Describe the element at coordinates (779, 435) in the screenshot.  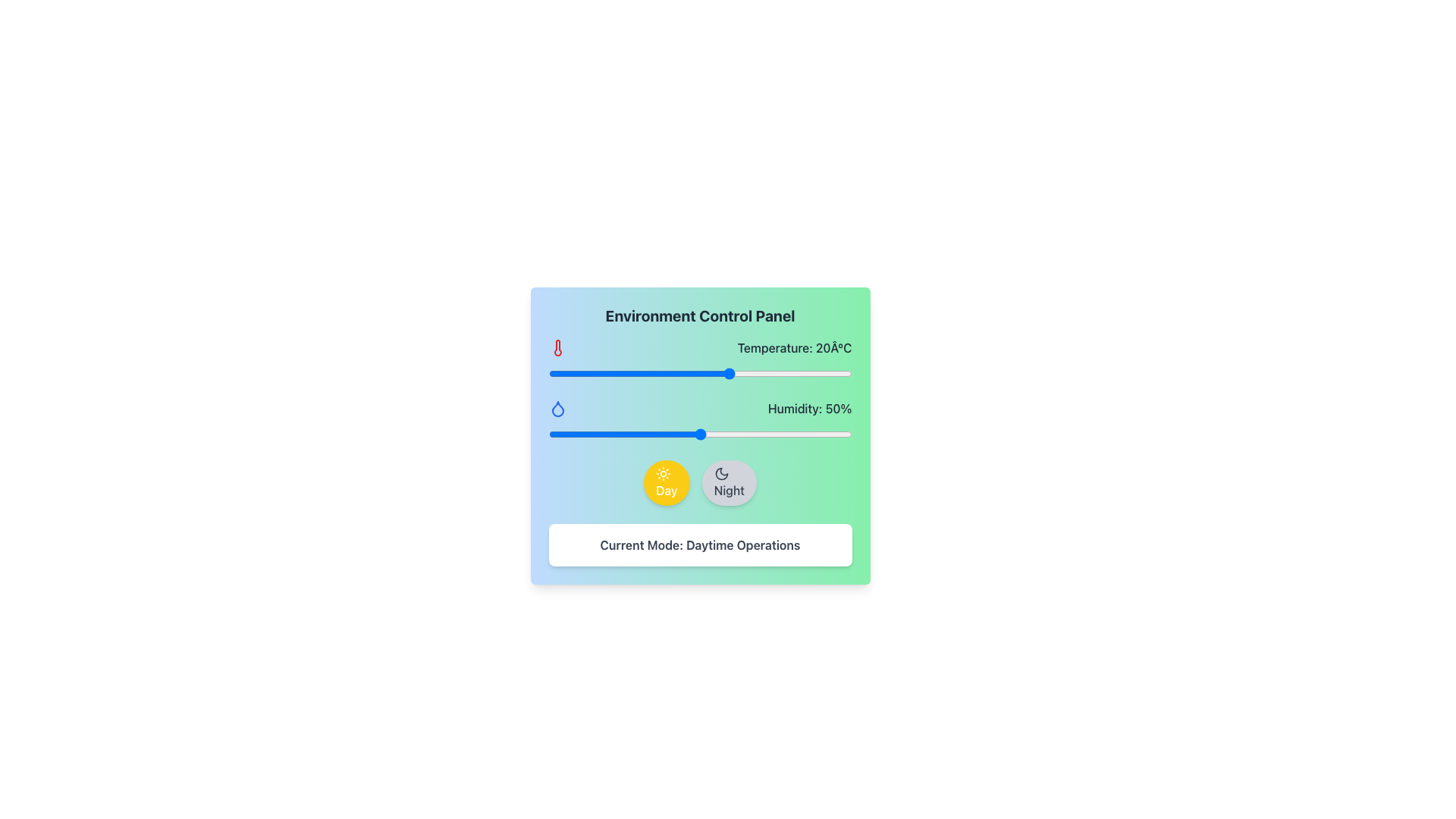
I see `the humidity level` at that location.